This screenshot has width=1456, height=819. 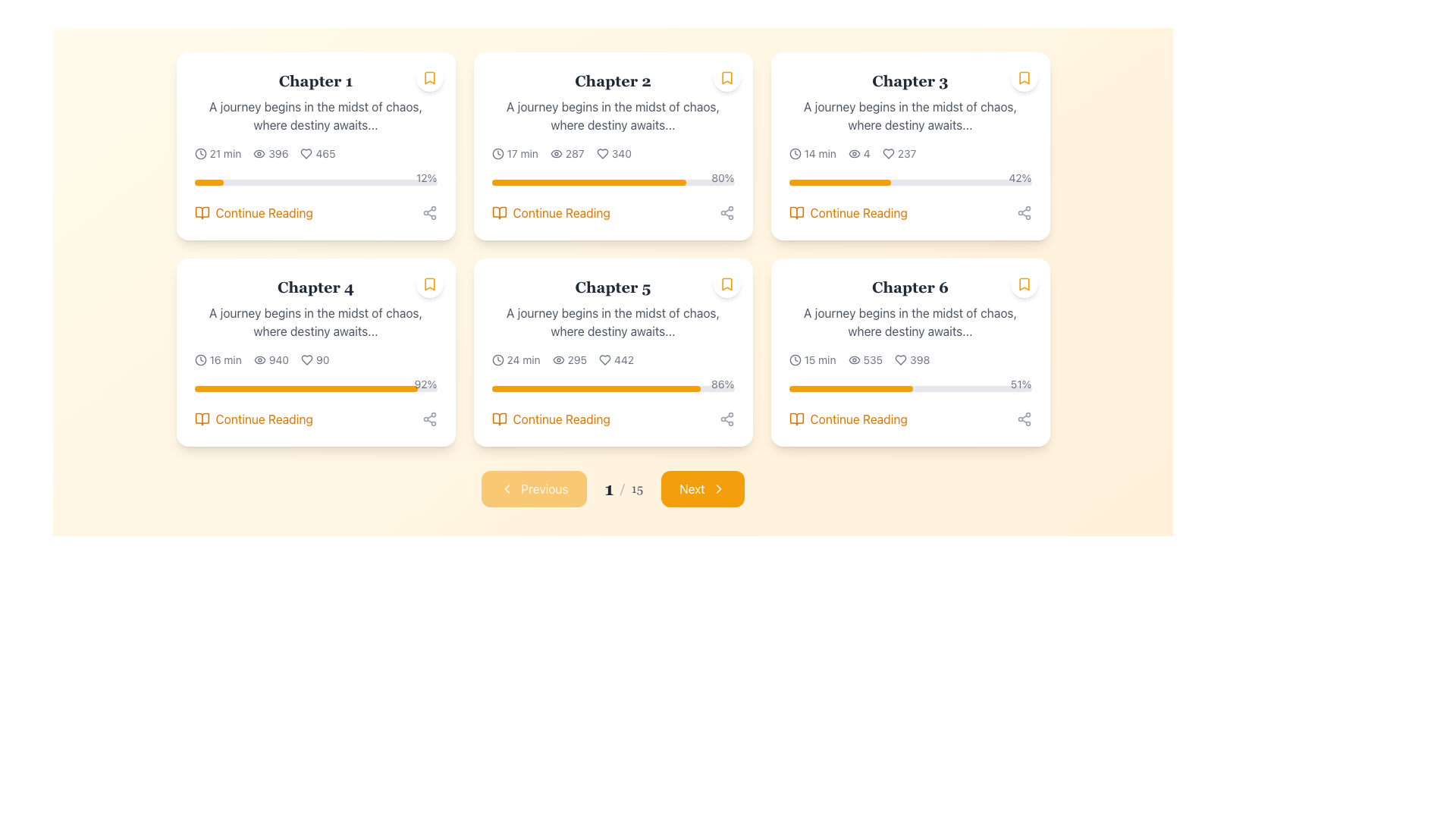 What do you see at coordinates (199, 154) in the screenshot?
I see `the clock-like icon located on the leftmost side of the row displaying '21 min', just before the text` at bounding box center [199, 154].